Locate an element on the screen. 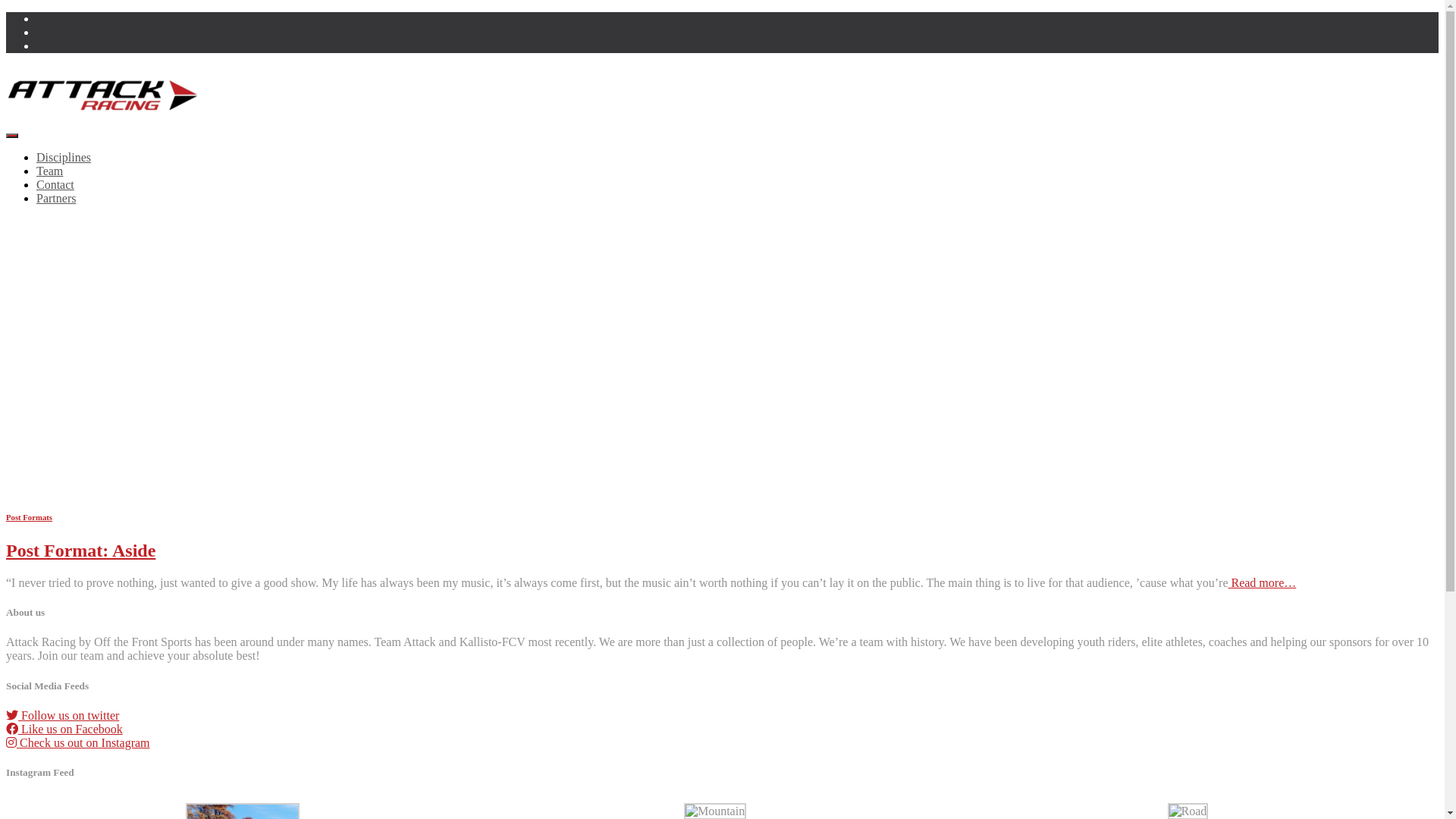 The height and width of the screenshot is (819, 1456). 'Partners' is located at coordinates (55, 197).